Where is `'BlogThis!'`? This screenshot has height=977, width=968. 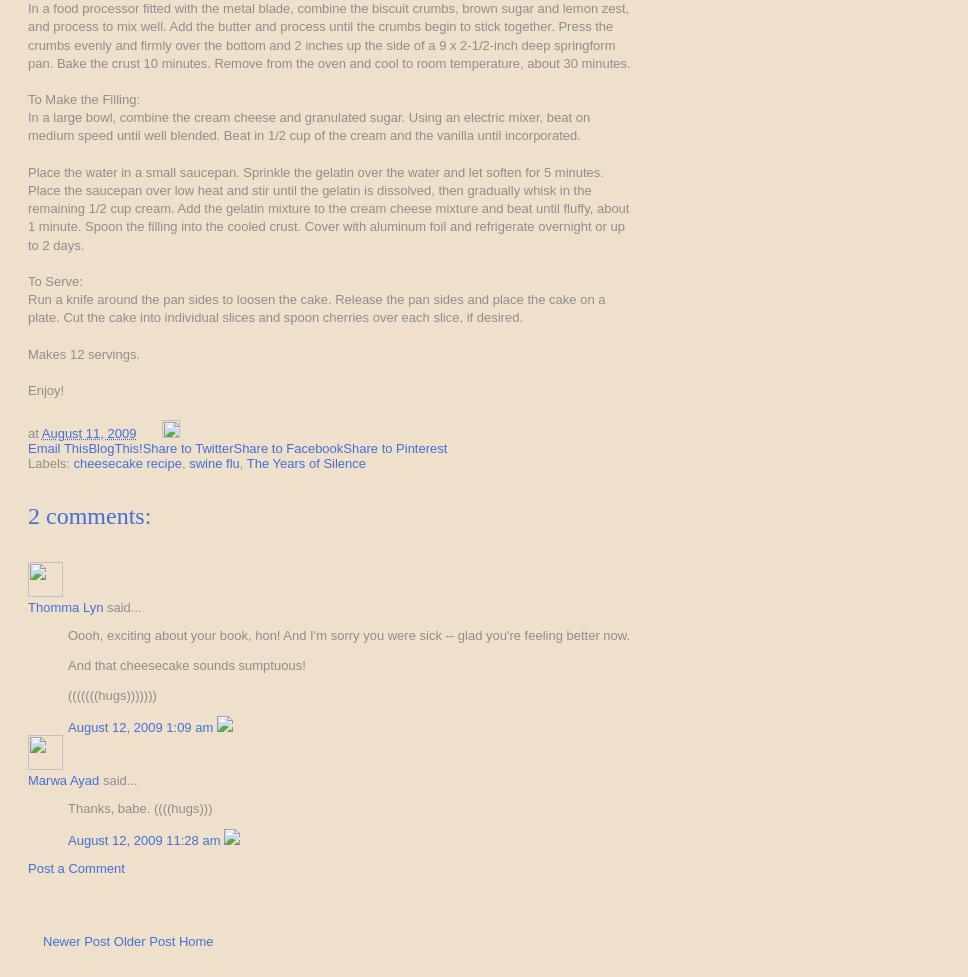
'BlogThis!' is located at coordinates (114, 447).